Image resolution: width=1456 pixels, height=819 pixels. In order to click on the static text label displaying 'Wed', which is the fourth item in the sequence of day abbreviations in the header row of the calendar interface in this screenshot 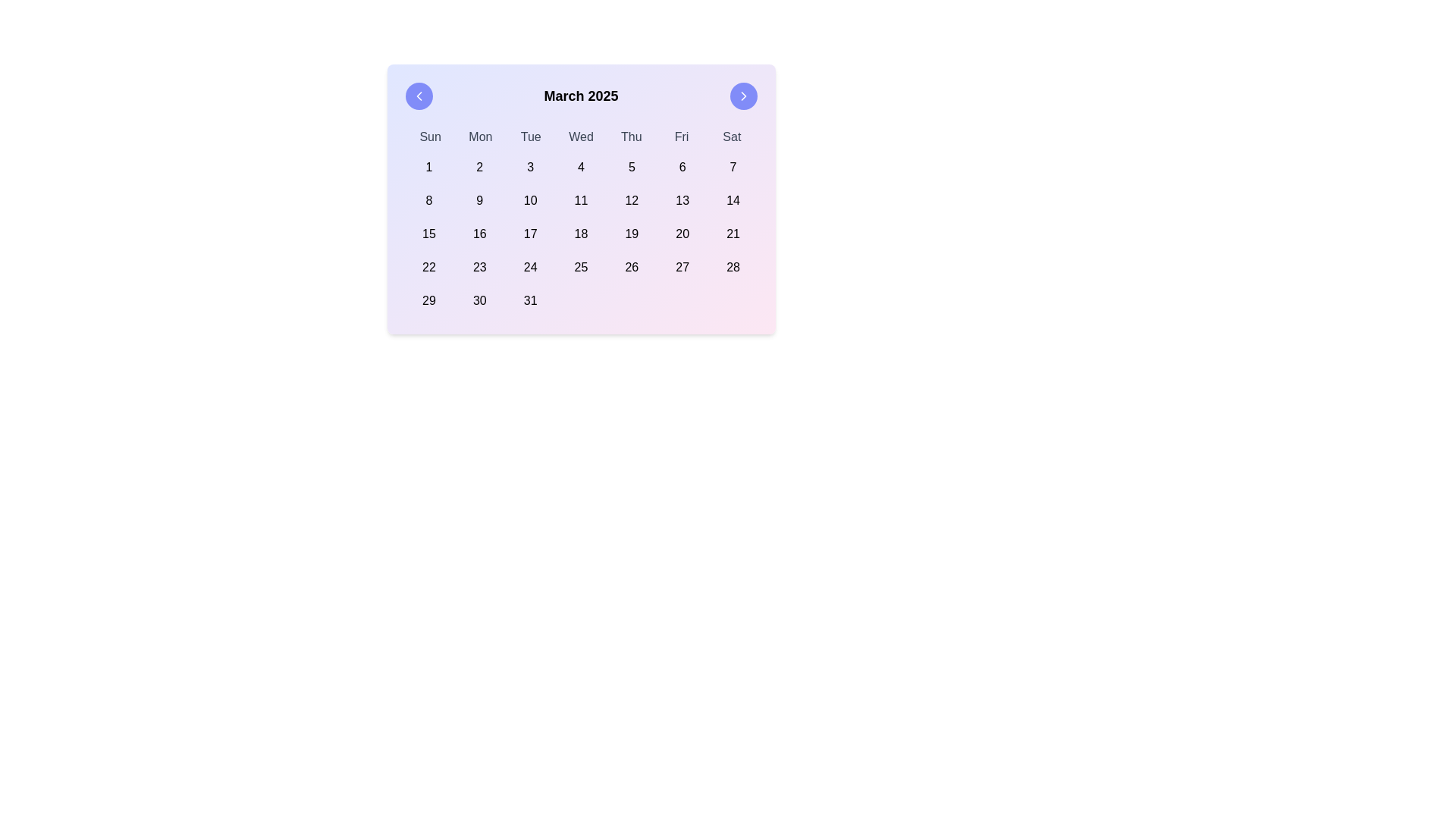, I will do `click(580, 137)`.